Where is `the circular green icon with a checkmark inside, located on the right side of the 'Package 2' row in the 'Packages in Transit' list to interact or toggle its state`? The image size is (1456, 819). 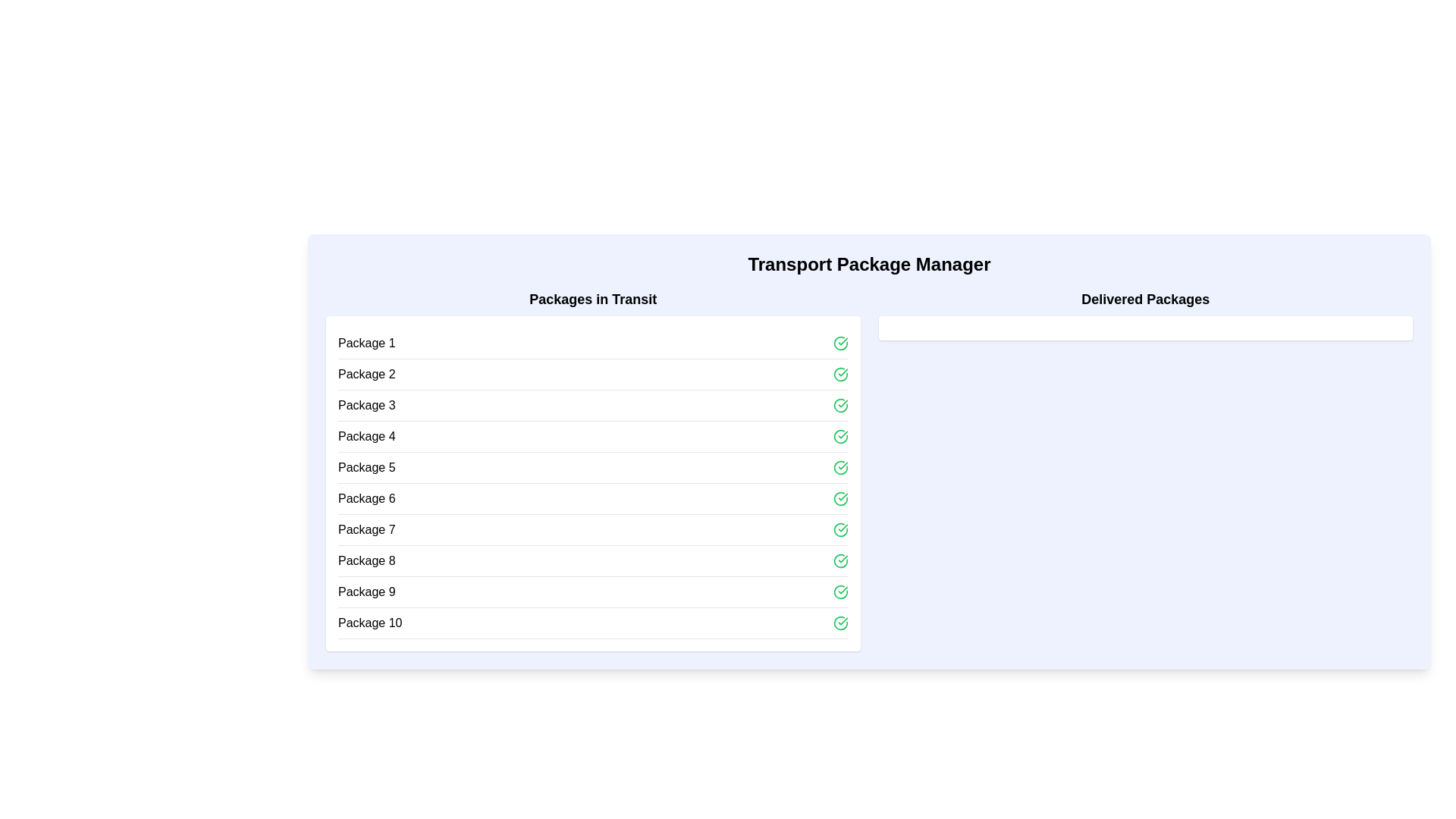 the circular green icon with a checkmark inside, located on the right side of the 'Package 2' row in the 'Packages in Transit' list to interact or toggle its state is located at coordinates (839, 374).